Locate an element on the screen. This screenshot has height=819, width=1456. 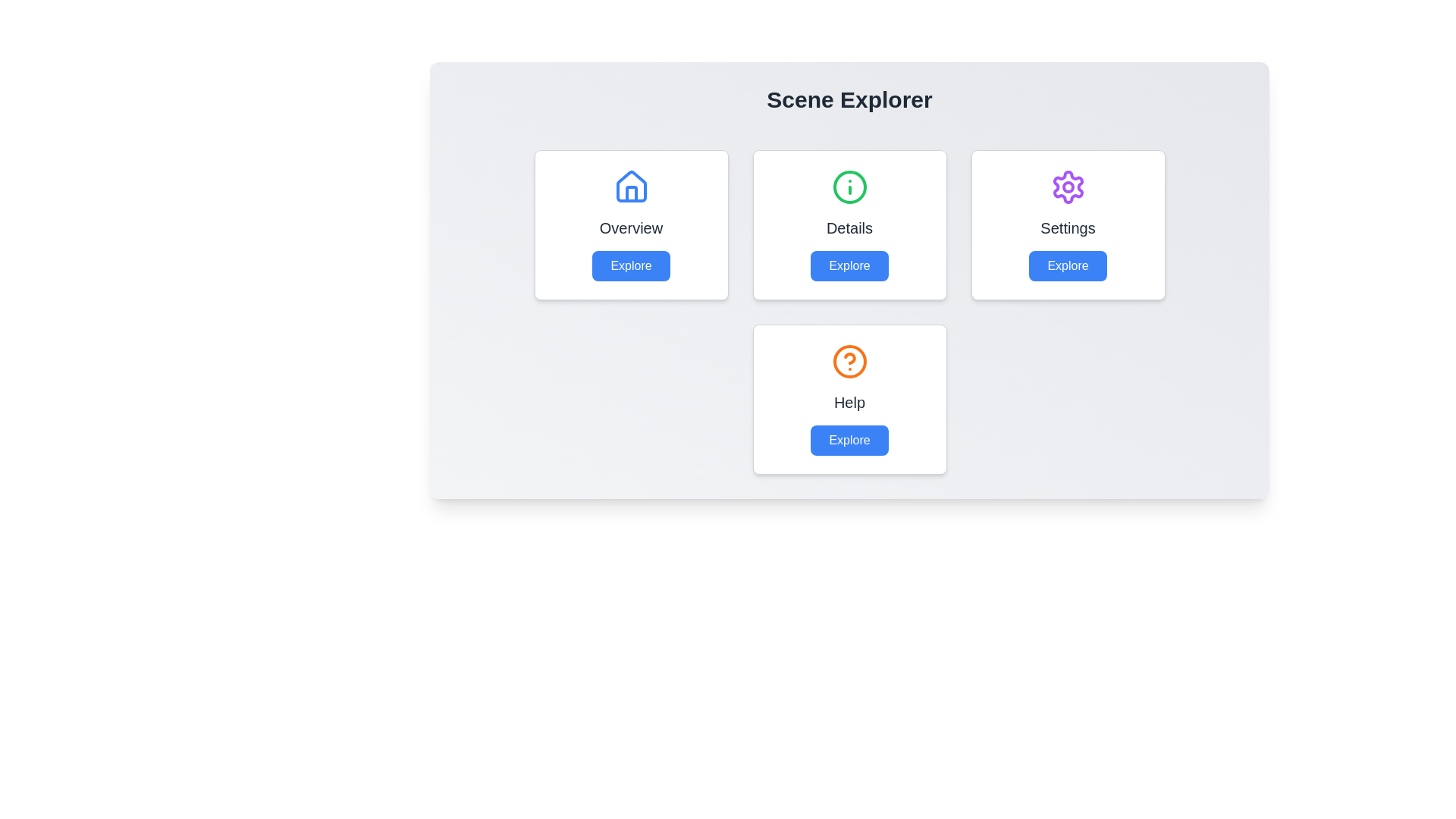
the text label that serves as a description or identifier for the card, located above the 'Explore' button and beneath the orange icon with a question mark, positioned in the bottom row of the interface is located at coordinates (849, 402).